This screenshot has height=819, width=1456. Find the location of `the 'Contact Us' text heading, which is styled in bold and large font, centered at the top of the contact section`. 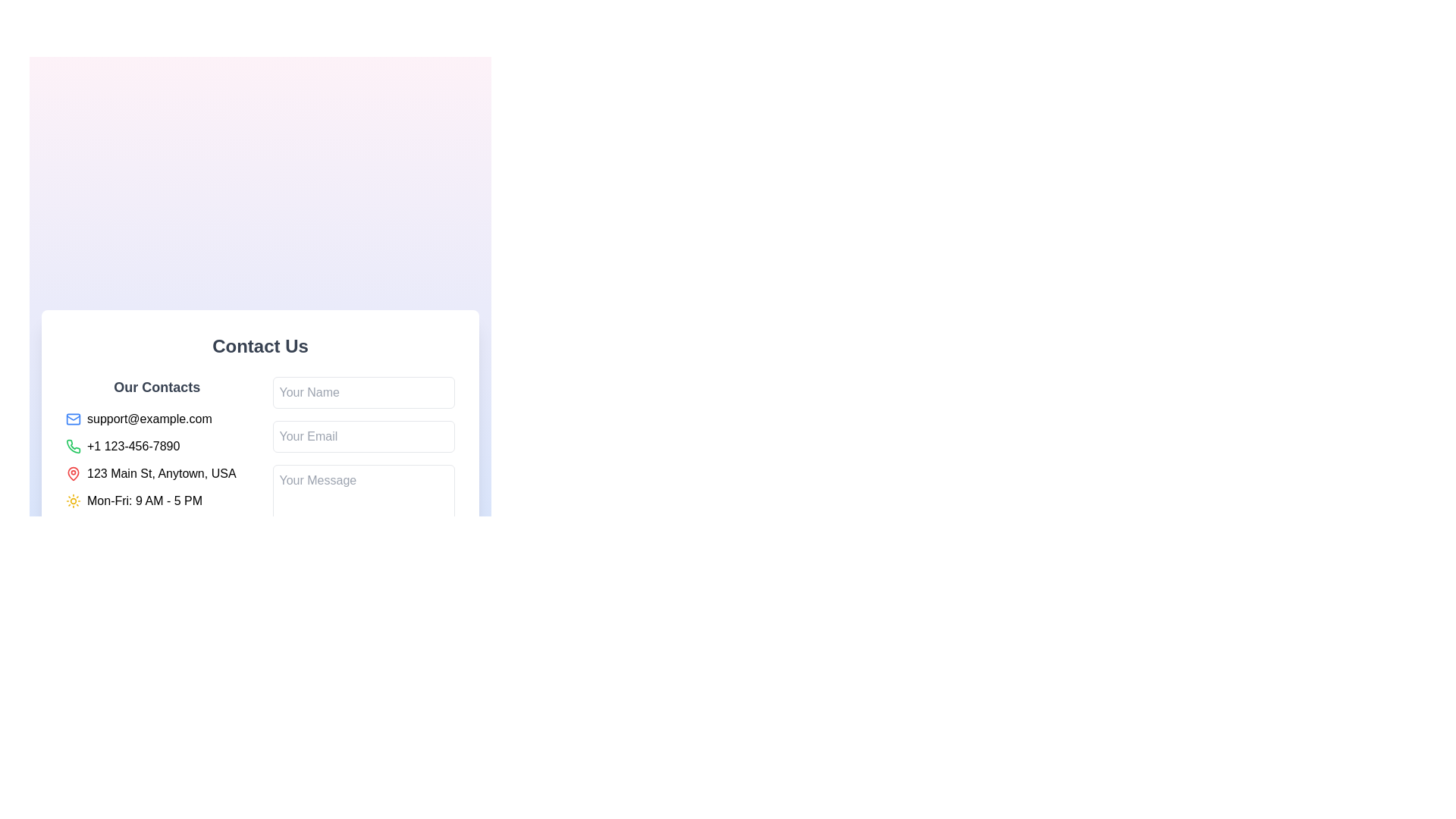

the 'Contact Us' text heading, which is styled in bold and large font, centered at the top of the contact section is located at coordinates (260, 346).